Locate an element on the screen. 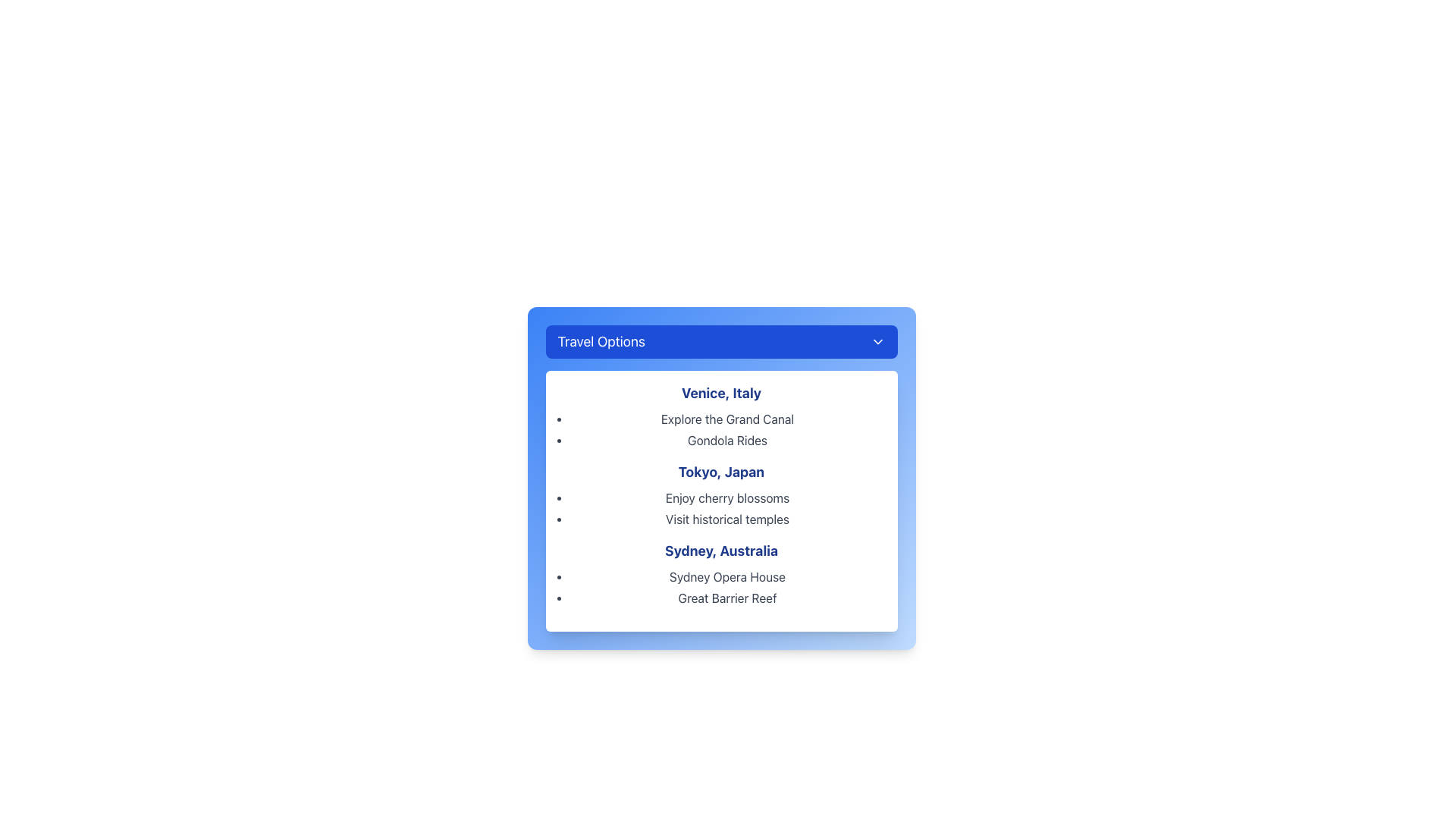 The image size is (1456, 819). the text element displaying 'Explore the Grand Canal', which is the first item in the bullet-point list under 'Venice, Italy' is located at coordinates (726, 419).